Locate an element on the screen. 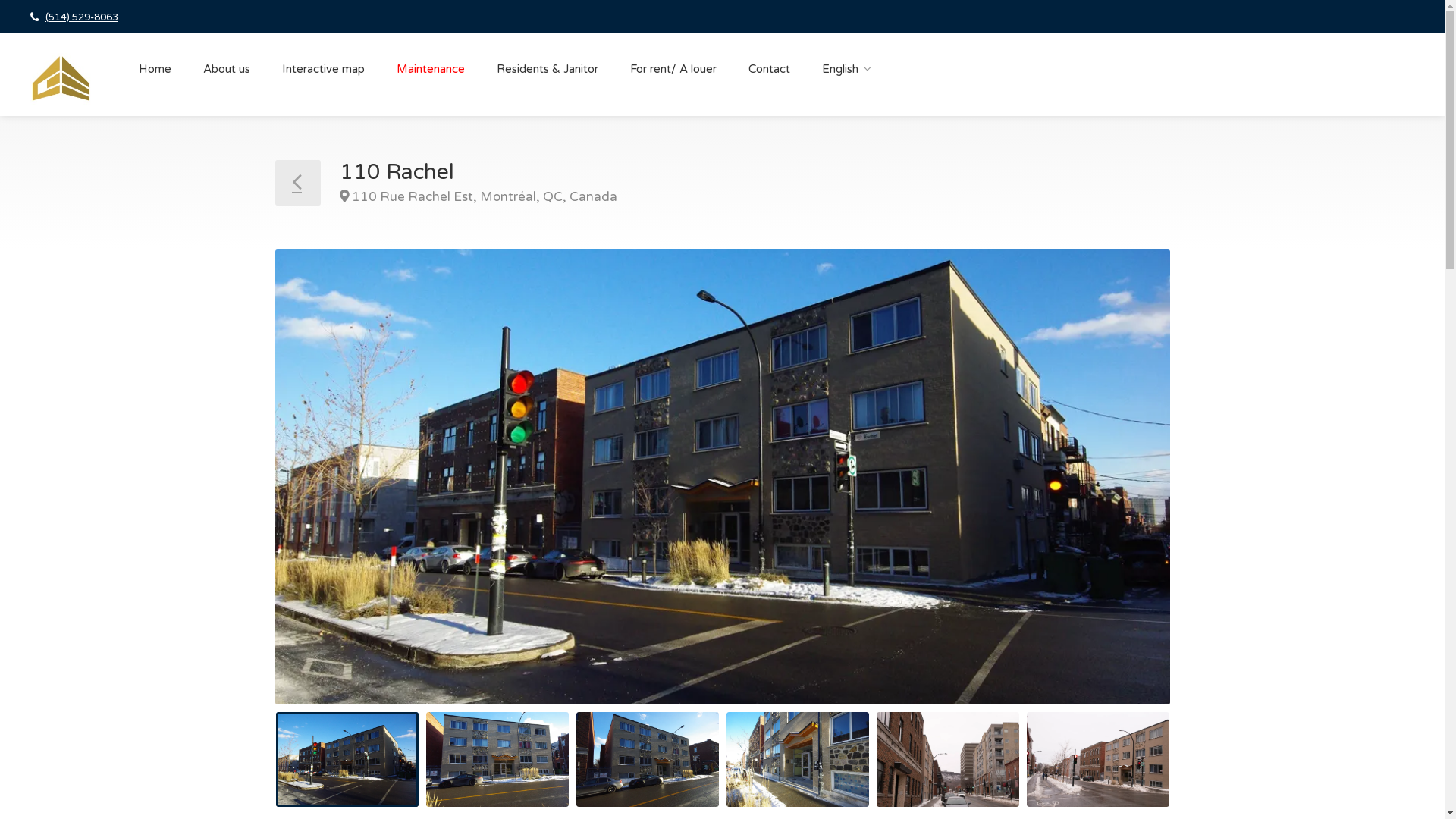  'Home' is located at coordinates (155, 69).